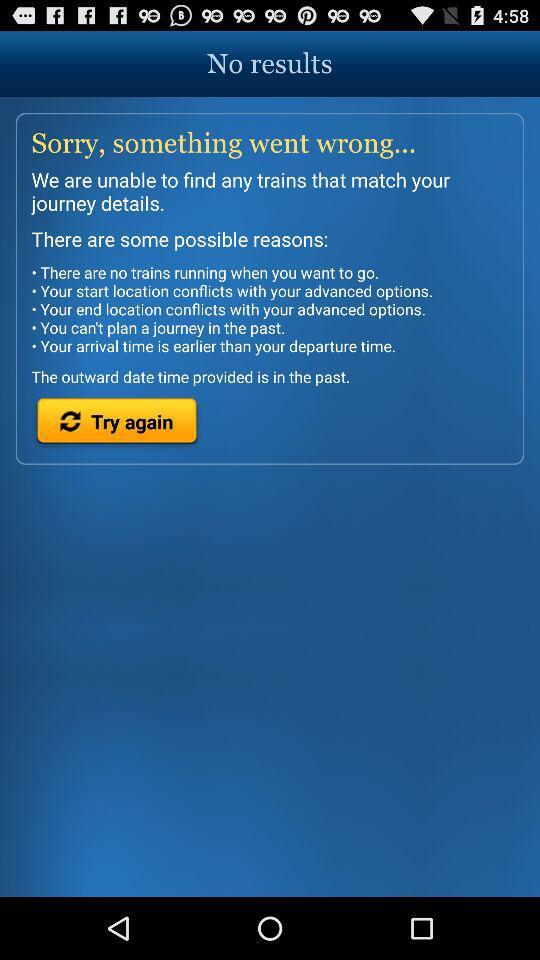  I want to click on the try again item, so click(117, 424).